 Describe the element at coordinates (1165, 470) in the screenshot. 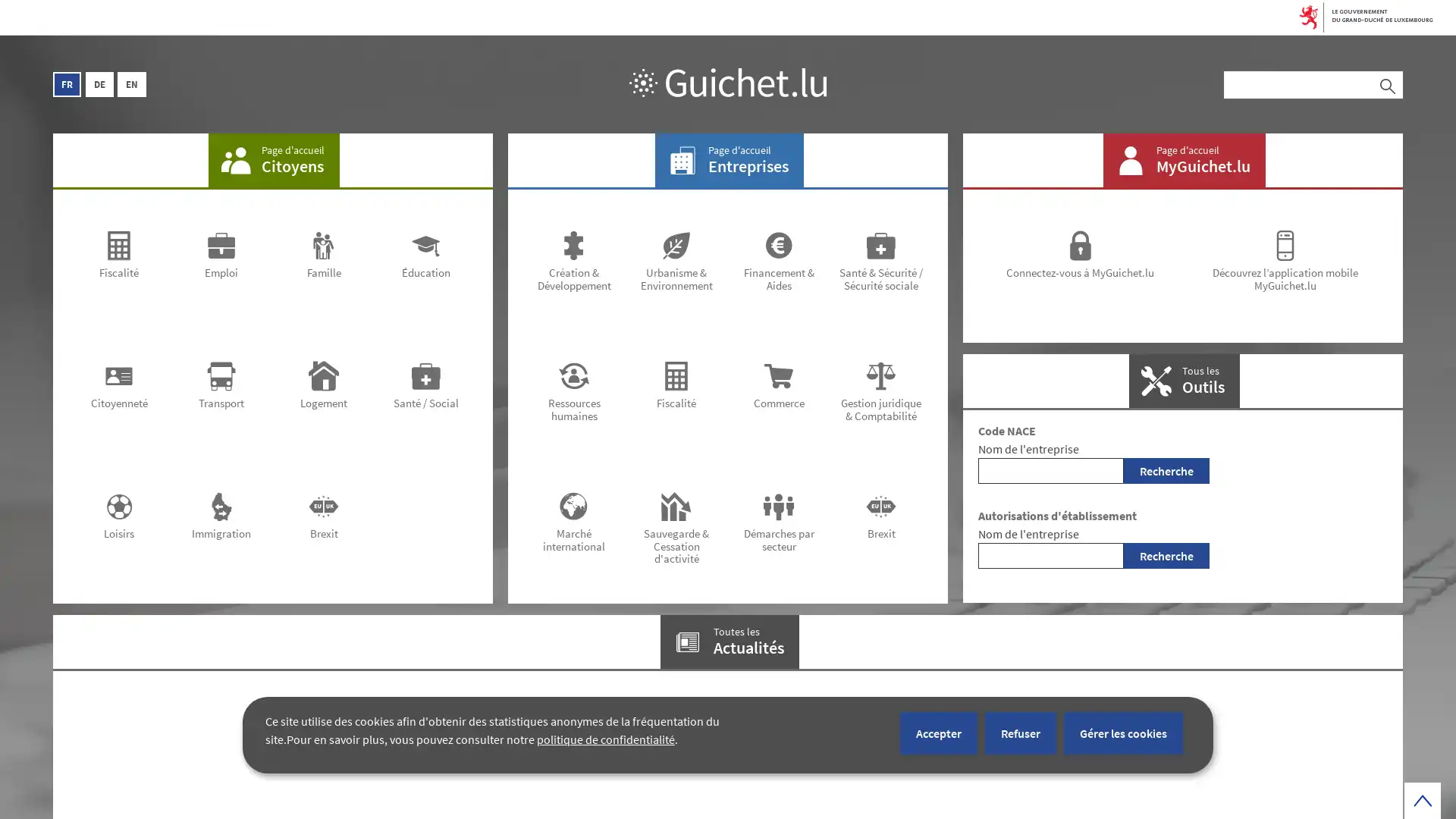

I see `Recherche` at that location.